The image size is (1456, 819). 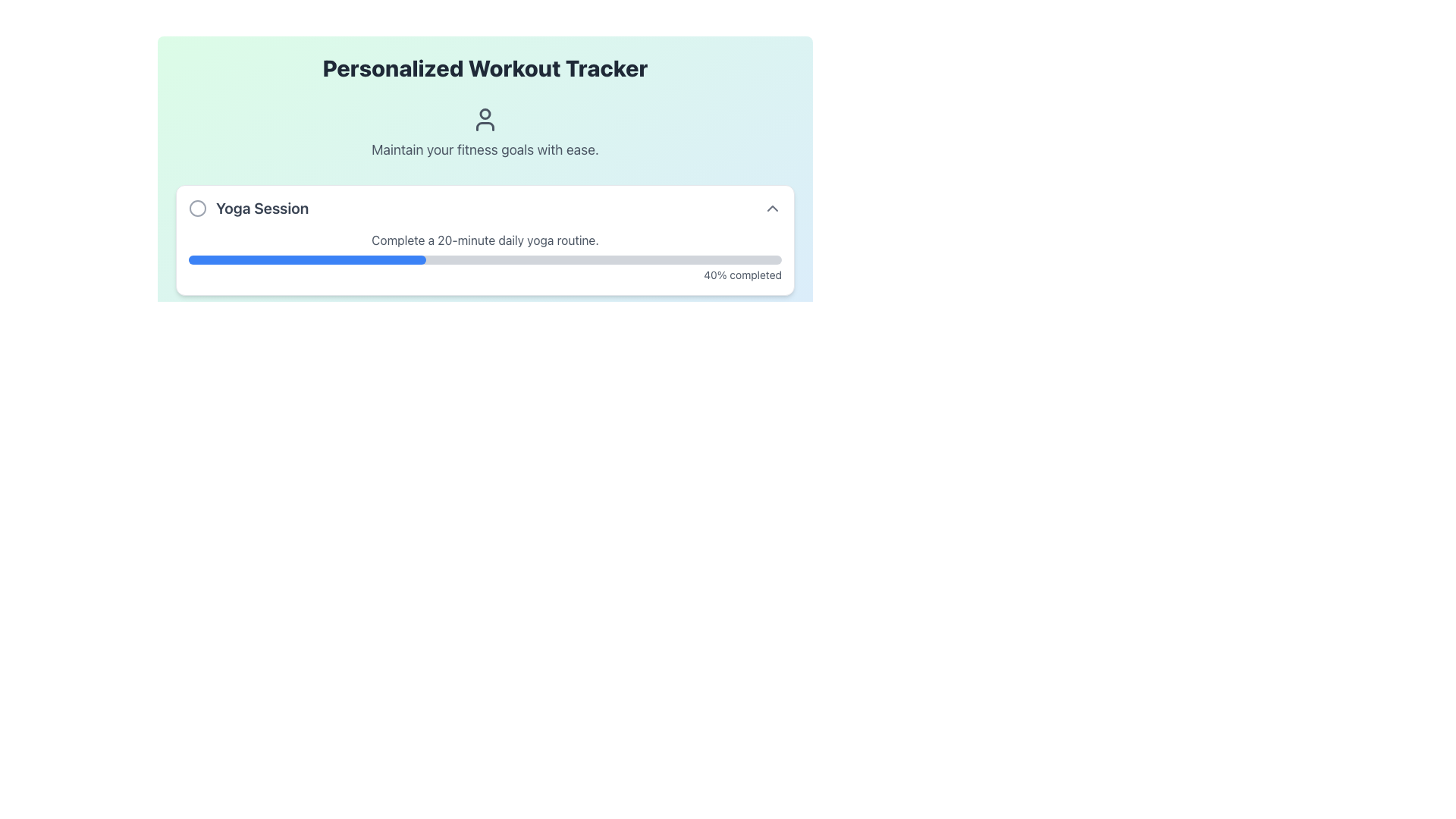 What do you see at coordinates (196, 208) in the screenshot?
I see `the circular SVG element located to the left of the 'Yoga Session' text, which is part of a compact layout at the top left of the card describing the Yoga Session task` at bounding box center [196, 208].